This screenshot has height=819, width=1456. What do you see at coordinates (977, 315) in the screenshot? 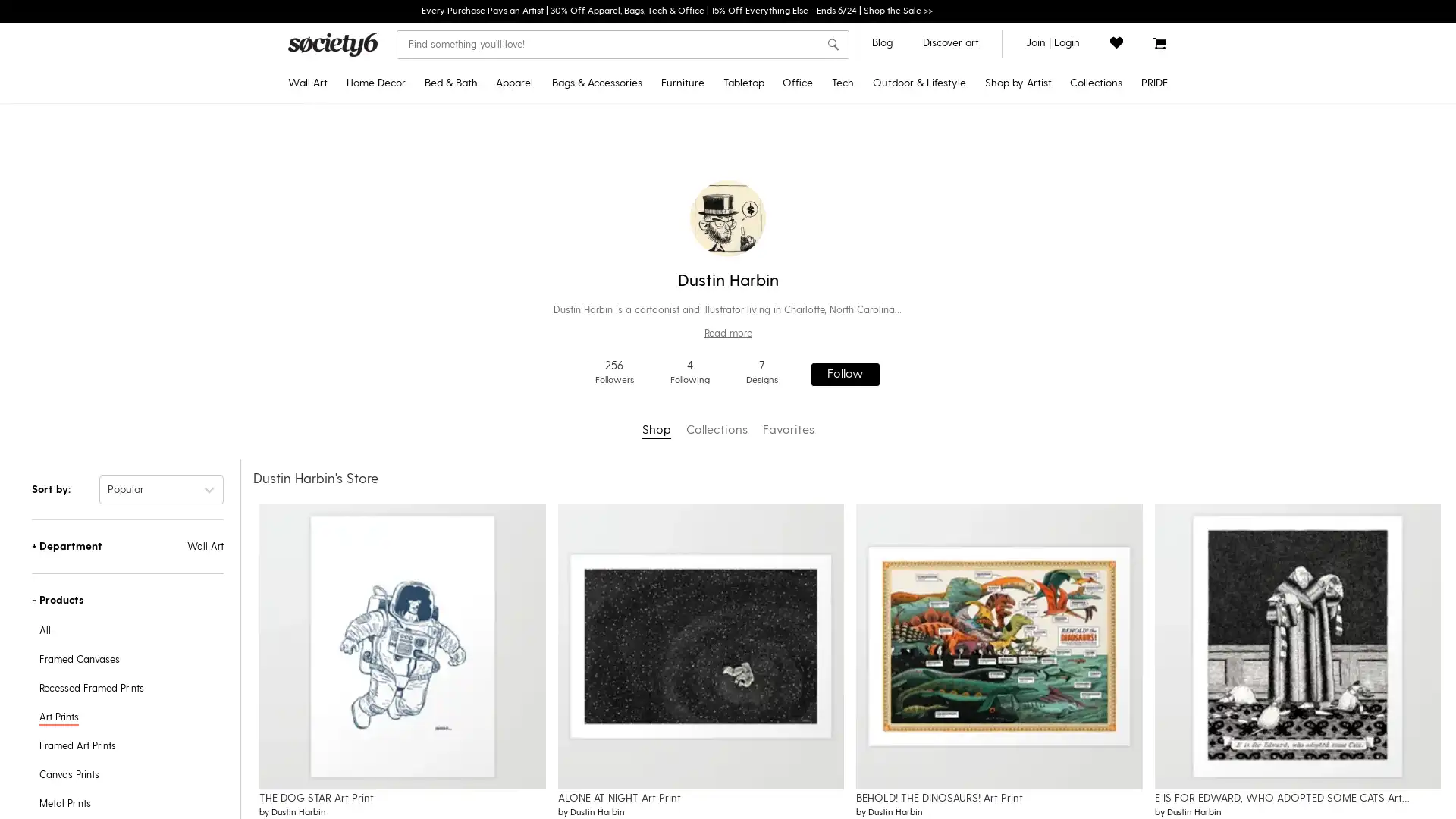
I see `Artist Holiday Series` at bounding box center [977, 315].